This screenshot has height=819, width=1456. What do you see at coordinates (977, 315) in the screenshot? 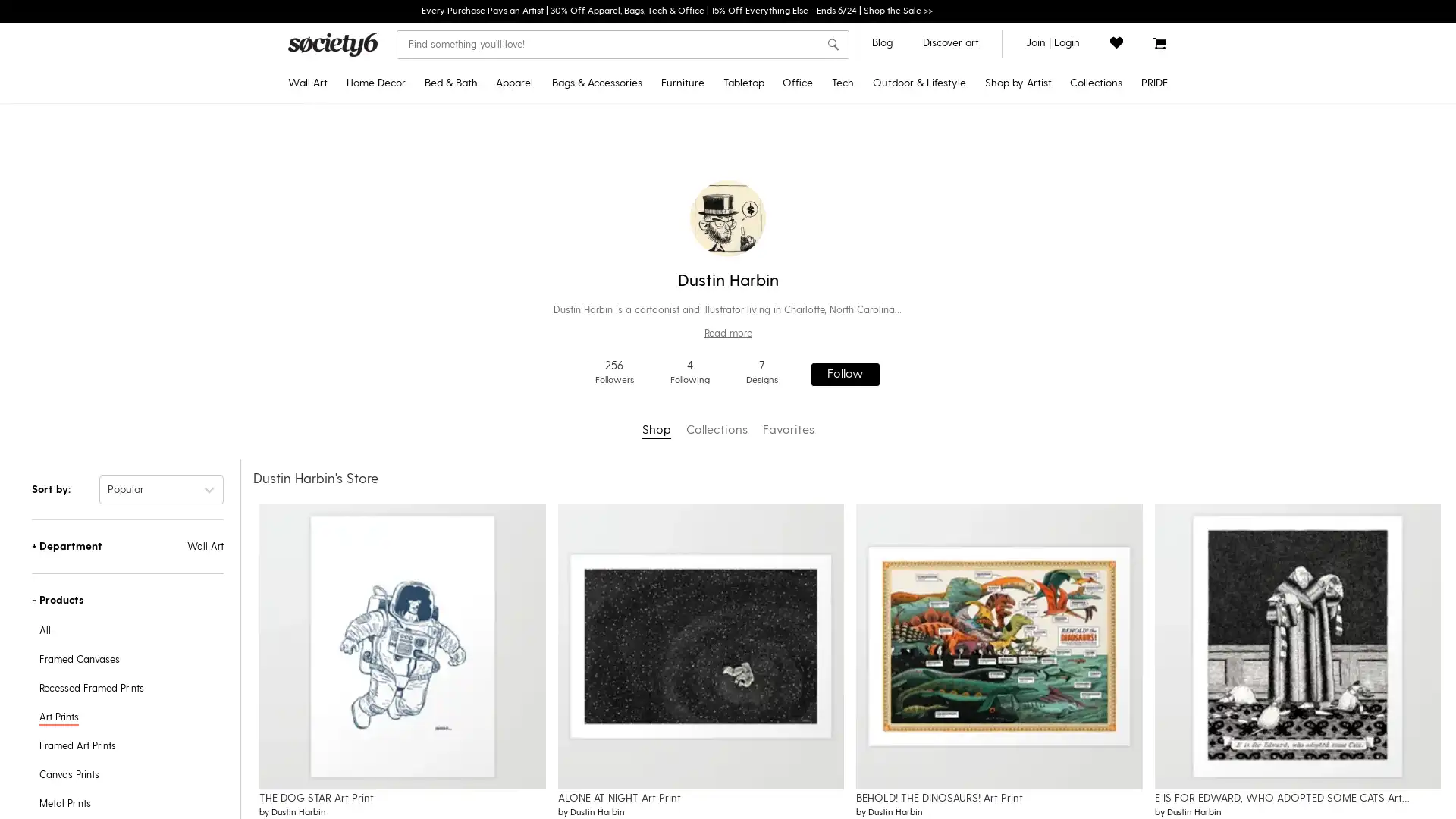
I see `Artist Holiday Series` at bounding box center [977, 315].